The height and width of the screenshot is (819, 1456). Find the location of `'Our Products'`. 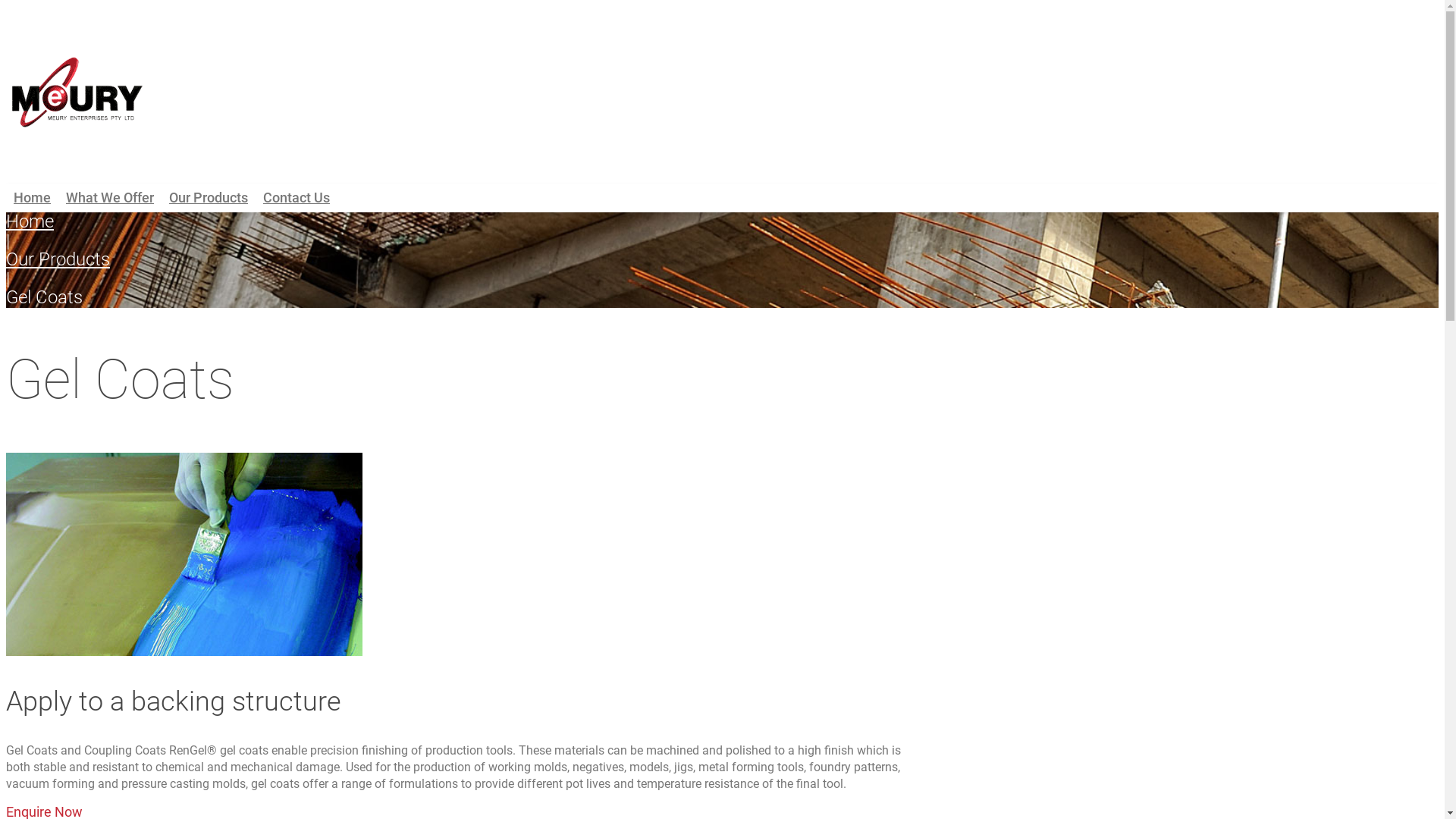

'Our Products' is located at coordinates (207, 197).